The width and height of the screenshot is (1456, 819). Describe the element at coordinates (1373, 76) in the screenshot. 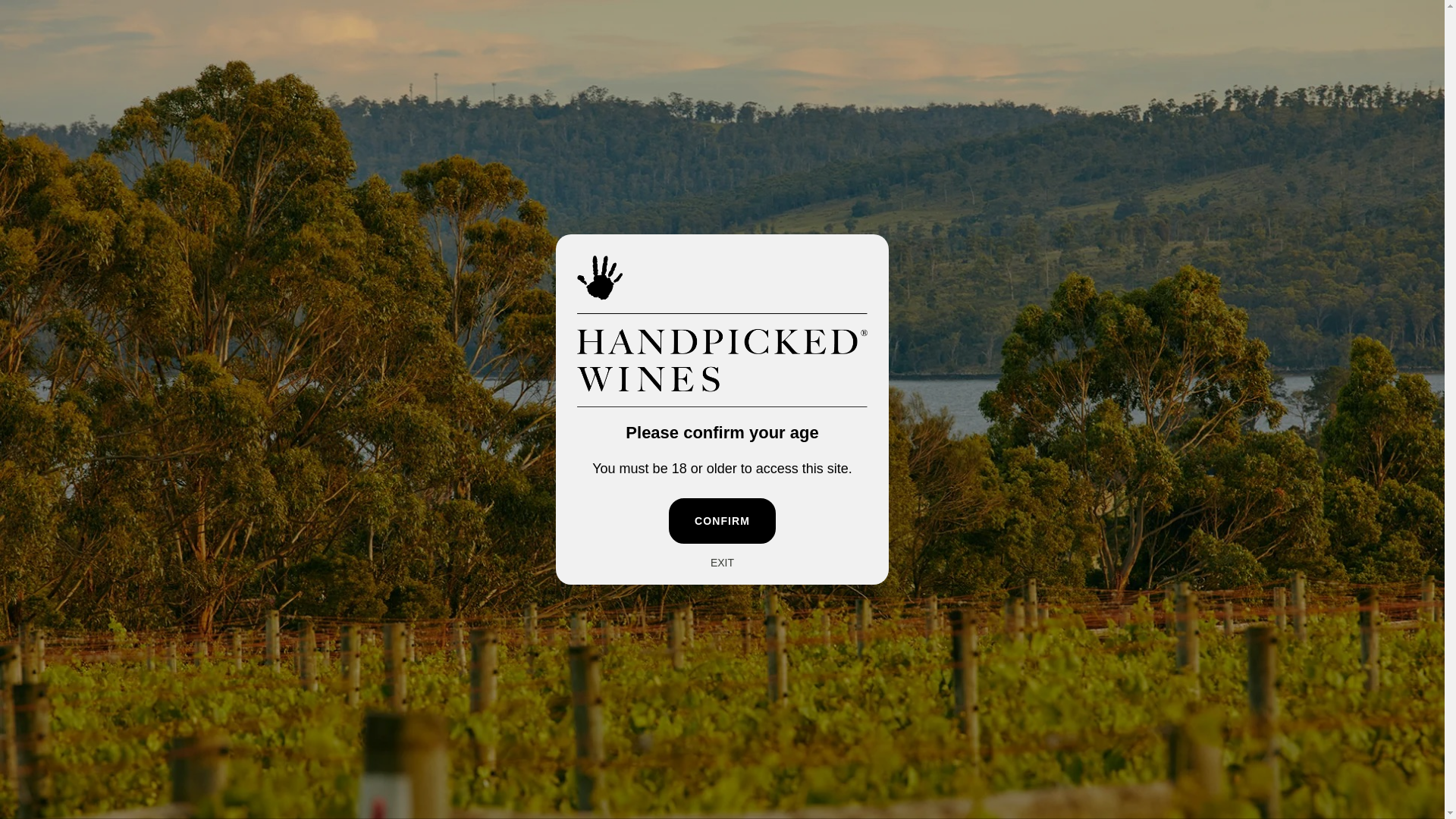

I see `'Cart'` at that location.